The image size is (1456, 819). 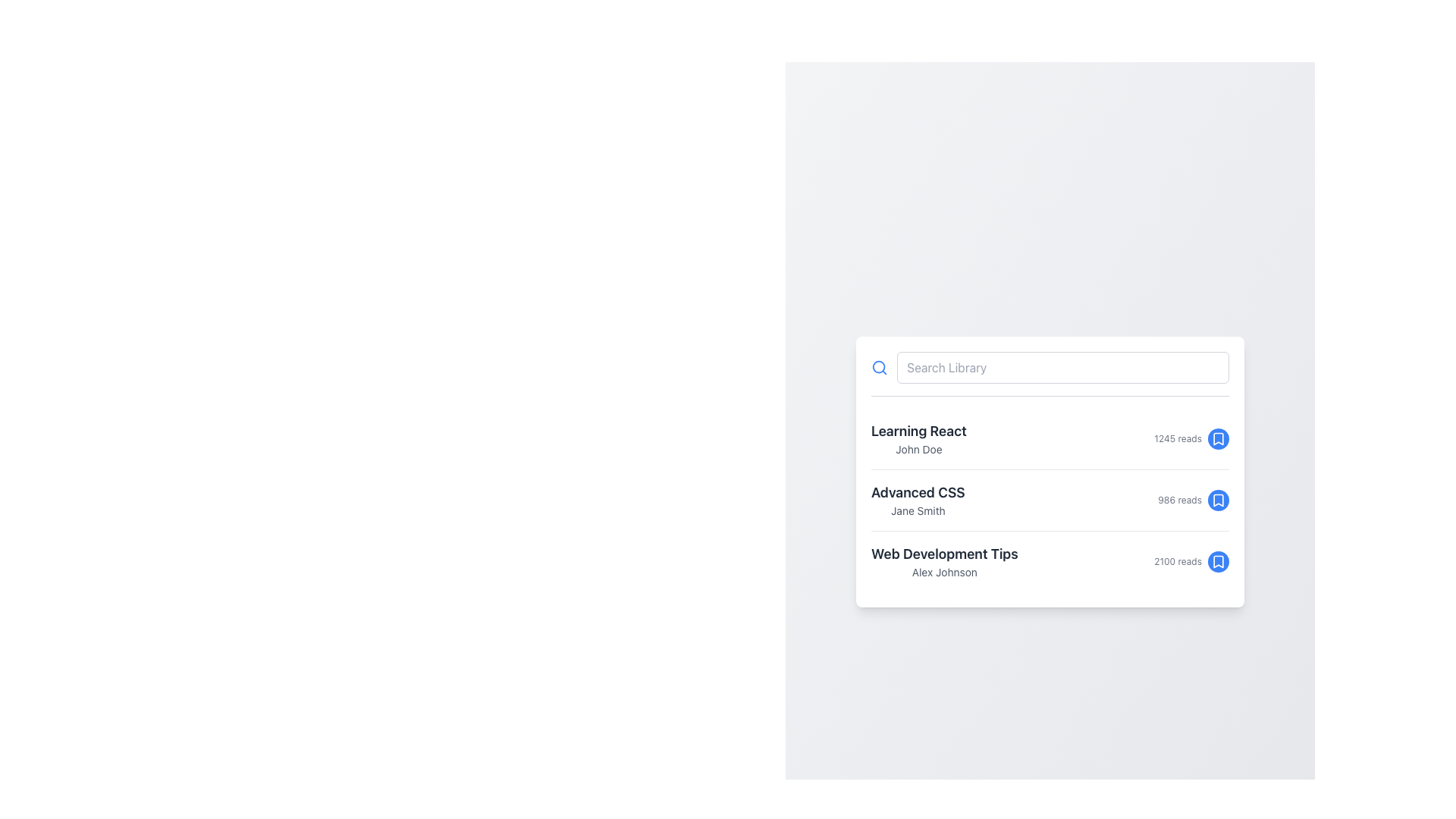 I want to click on the Textual Information Block displaying 'Learning React' and 'John Doe', which is the first item in the list beneath the search bar, so click(x=918, y=438).